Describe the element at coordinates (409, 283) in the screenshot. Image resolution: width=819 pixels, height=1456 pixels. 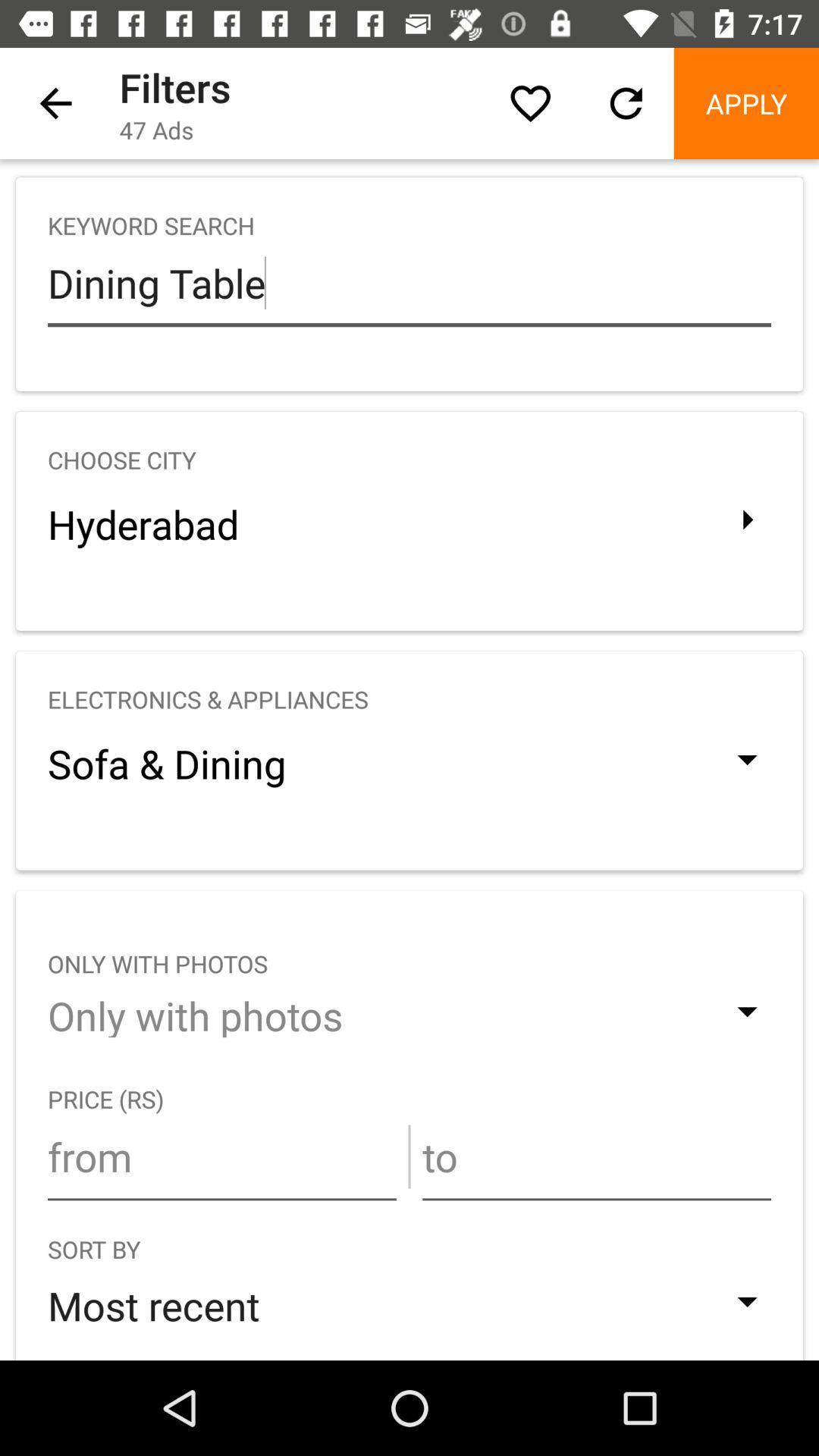
I see `dining table` at that location.